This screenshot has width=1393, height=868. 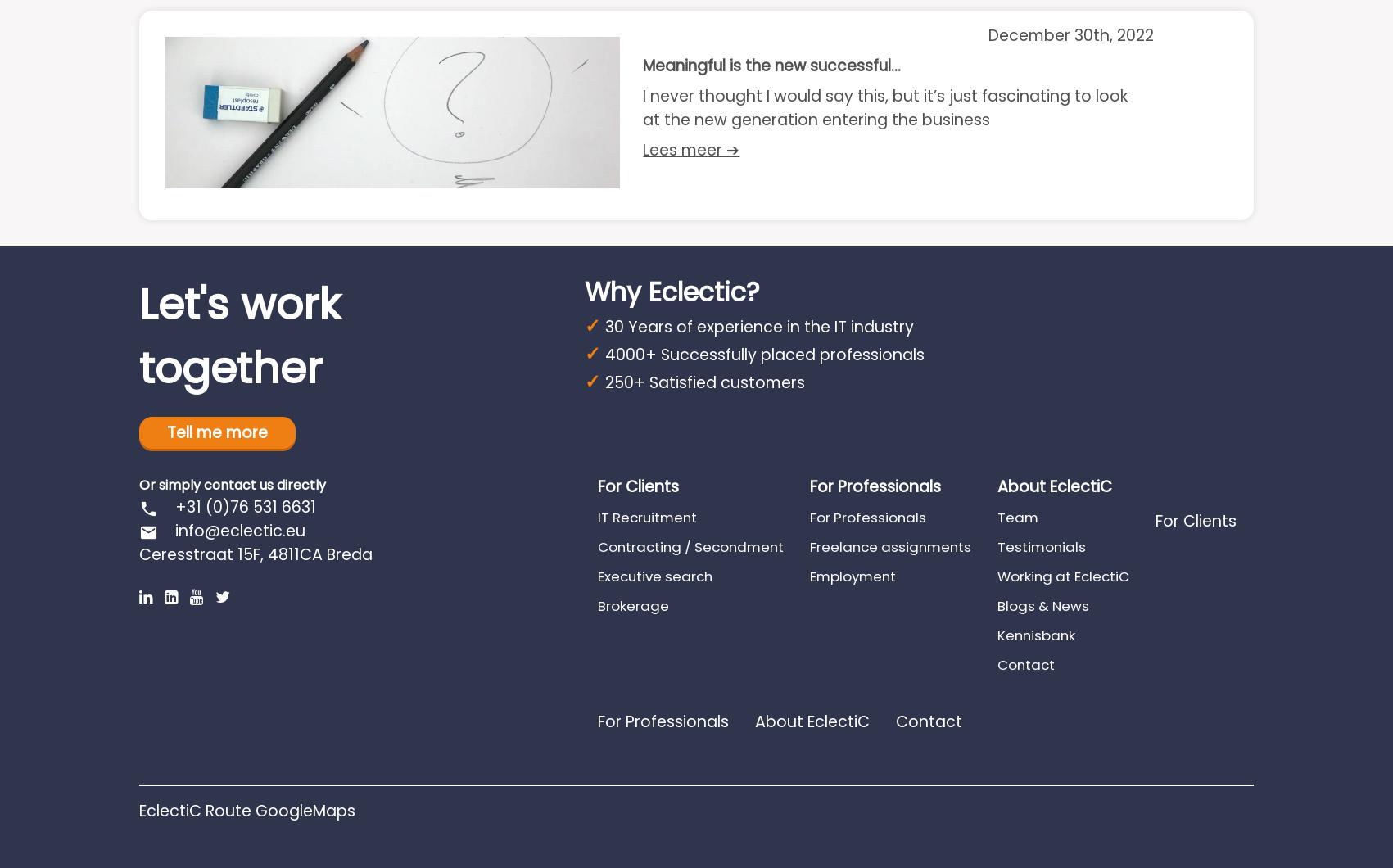 I want to click on '4000+ Successfully placed professionals', so click(x=764, y=353).